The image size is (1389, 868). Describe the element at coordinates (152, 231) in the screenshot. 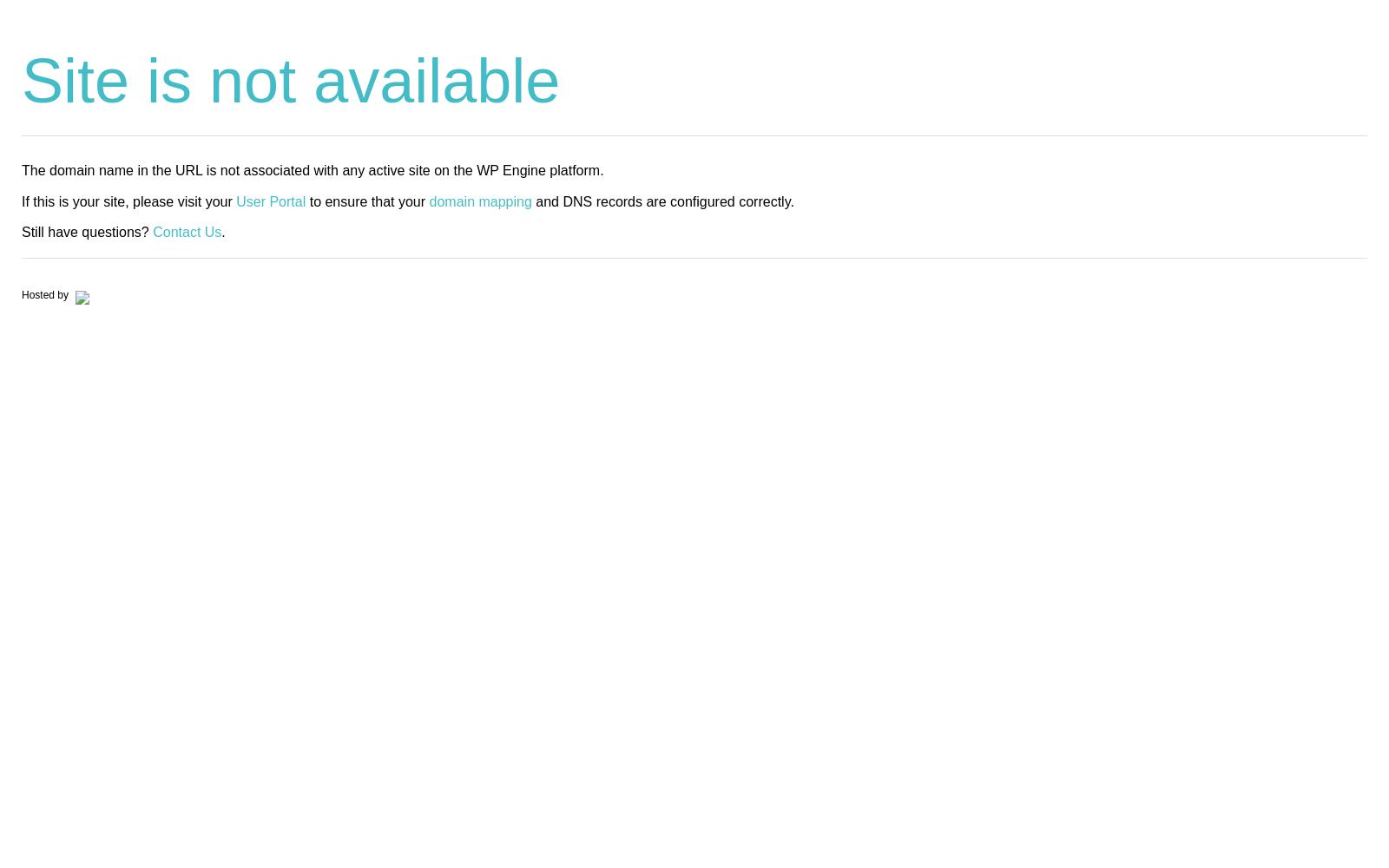

I see `'Contact Us'` at that location.